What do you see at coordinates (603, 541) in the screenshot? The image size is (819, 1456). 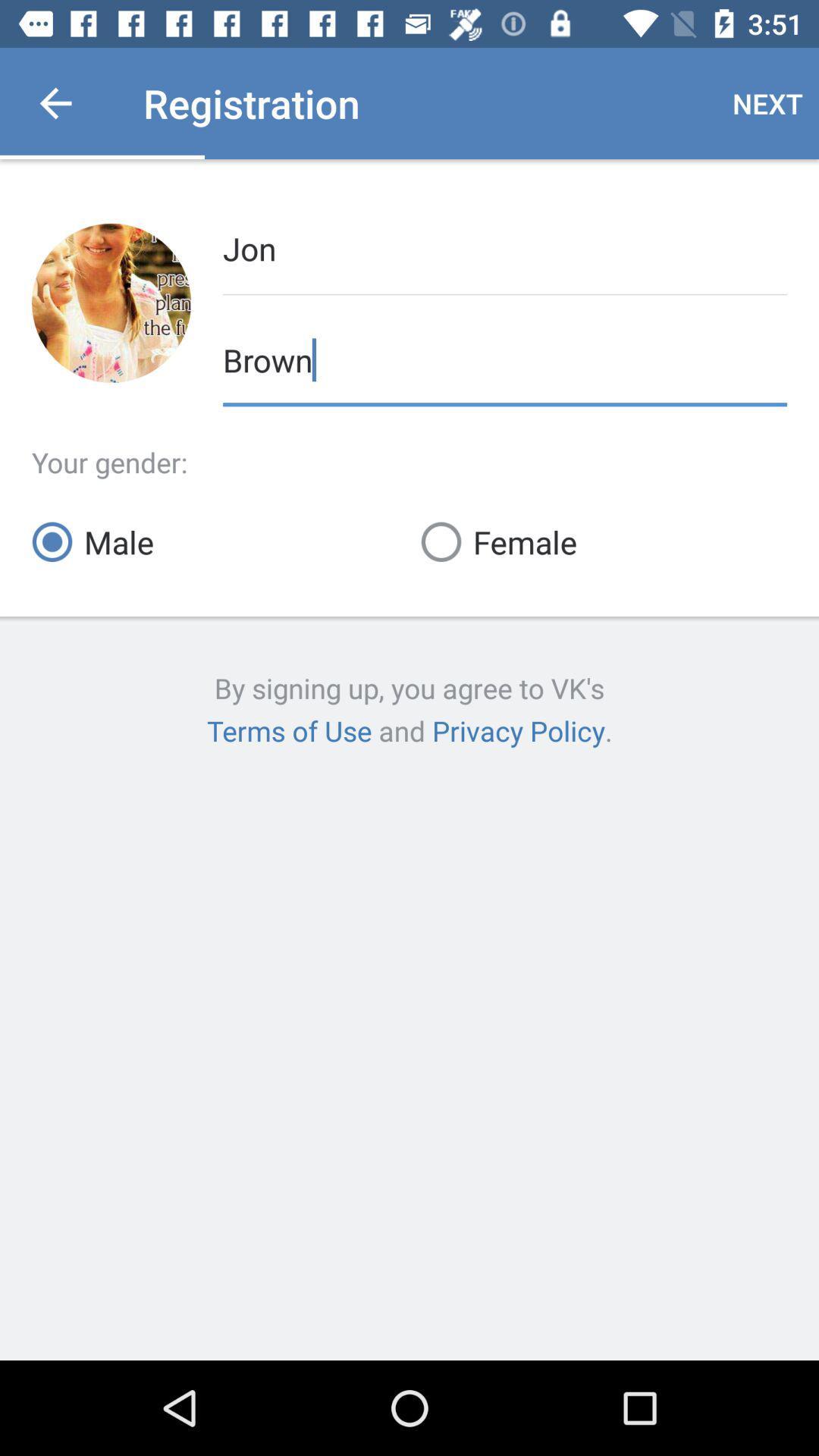 I see `item on the right` at bounding box center [603, 541].